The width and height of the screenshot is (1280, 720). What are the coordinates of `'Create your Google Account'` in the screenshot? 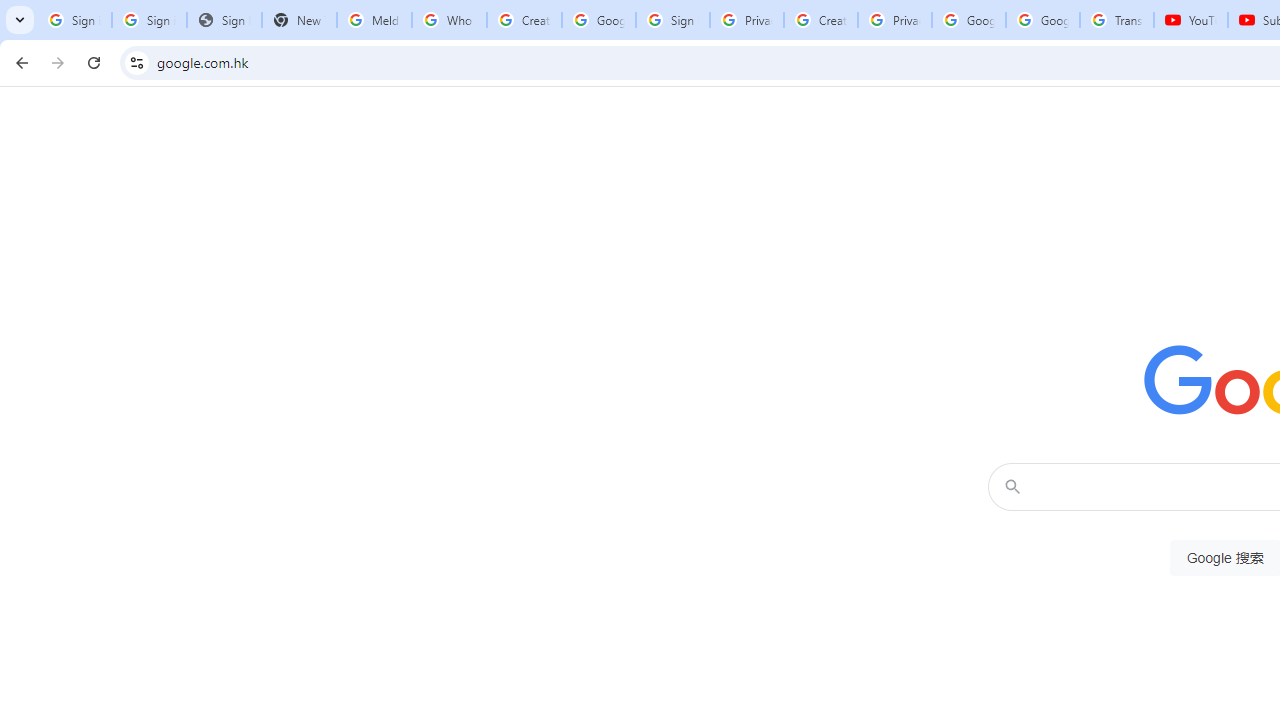 It's located at (820, 20).